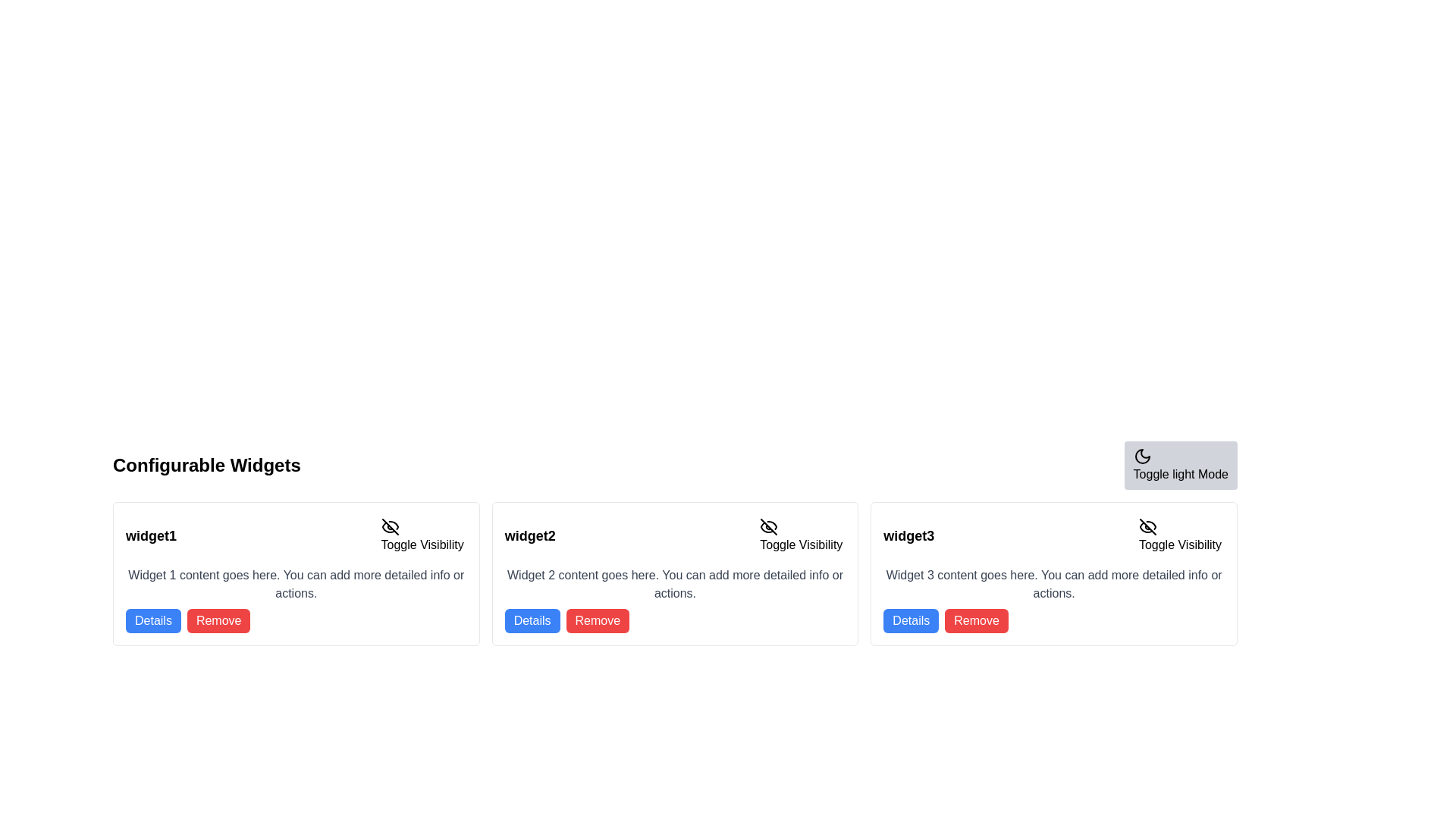 The height and width of the screenshot is (819, 1456). What do you see at coordinates (390, 526) in the screenshot?
I see `the toggle visibility icon located in the top-right edge of the first widget under the label 'Toggle Visibility'` at bounding box center [390, 526].